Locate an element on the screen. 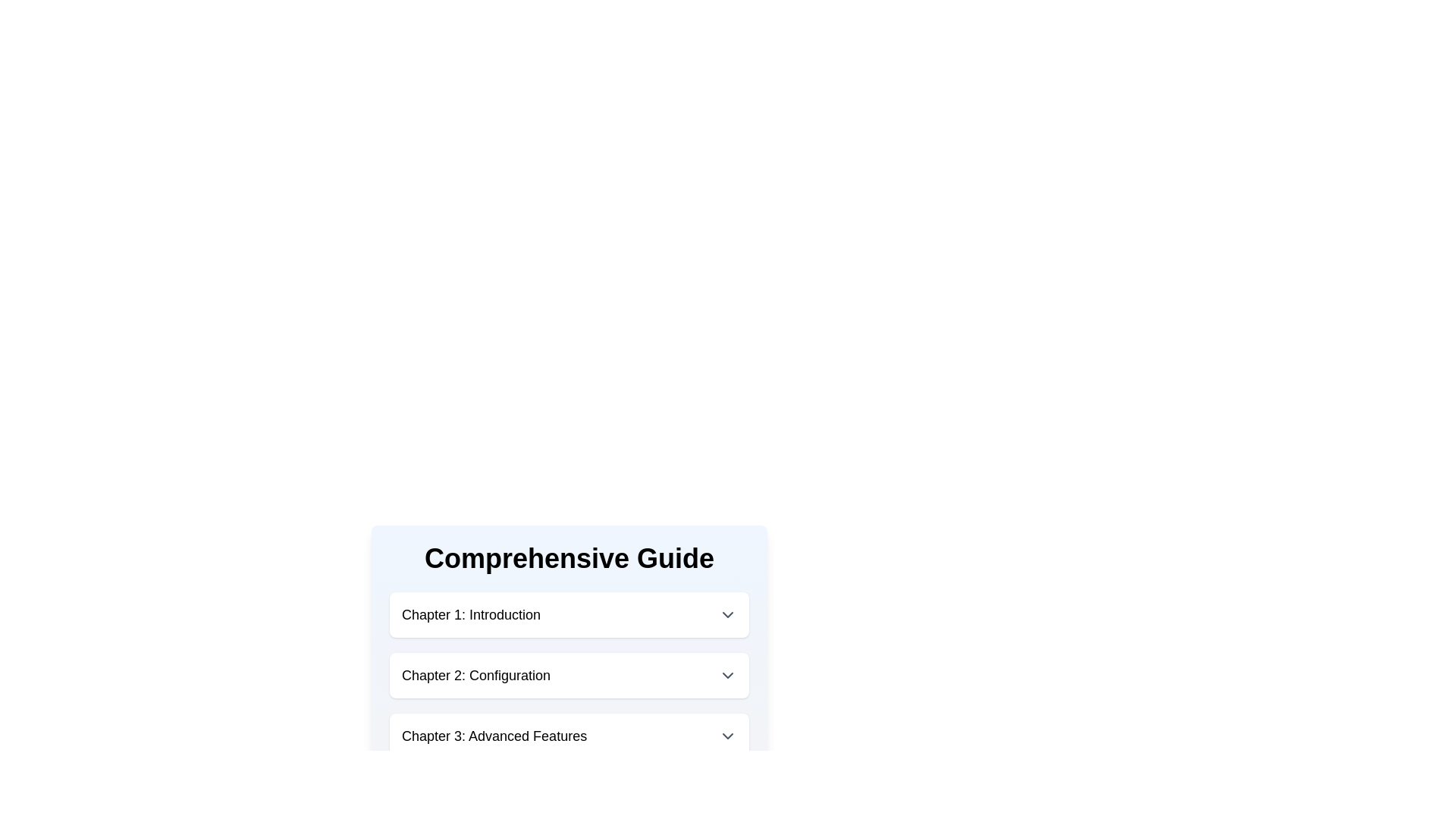 This screenshot has height=819, width=1456. the third item in the vertically stacked list that acts as a collapsible section header for Chapter 3 is located at coordinates (568, 736).